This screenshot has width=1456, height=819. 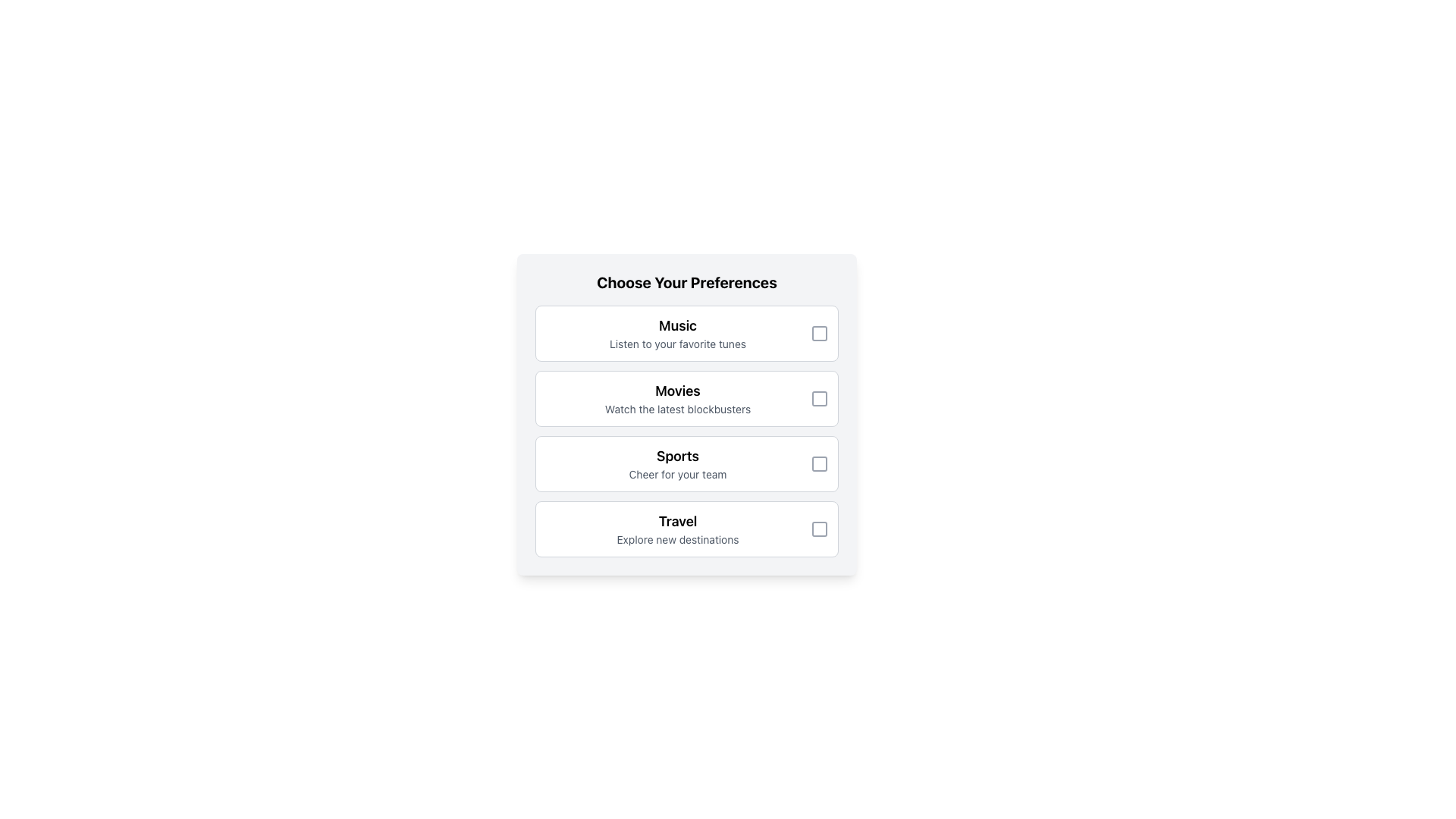 I want to click on the unselected checkbox next to the 'Music' label in the preferences selection form, so click(x=818, y=332).